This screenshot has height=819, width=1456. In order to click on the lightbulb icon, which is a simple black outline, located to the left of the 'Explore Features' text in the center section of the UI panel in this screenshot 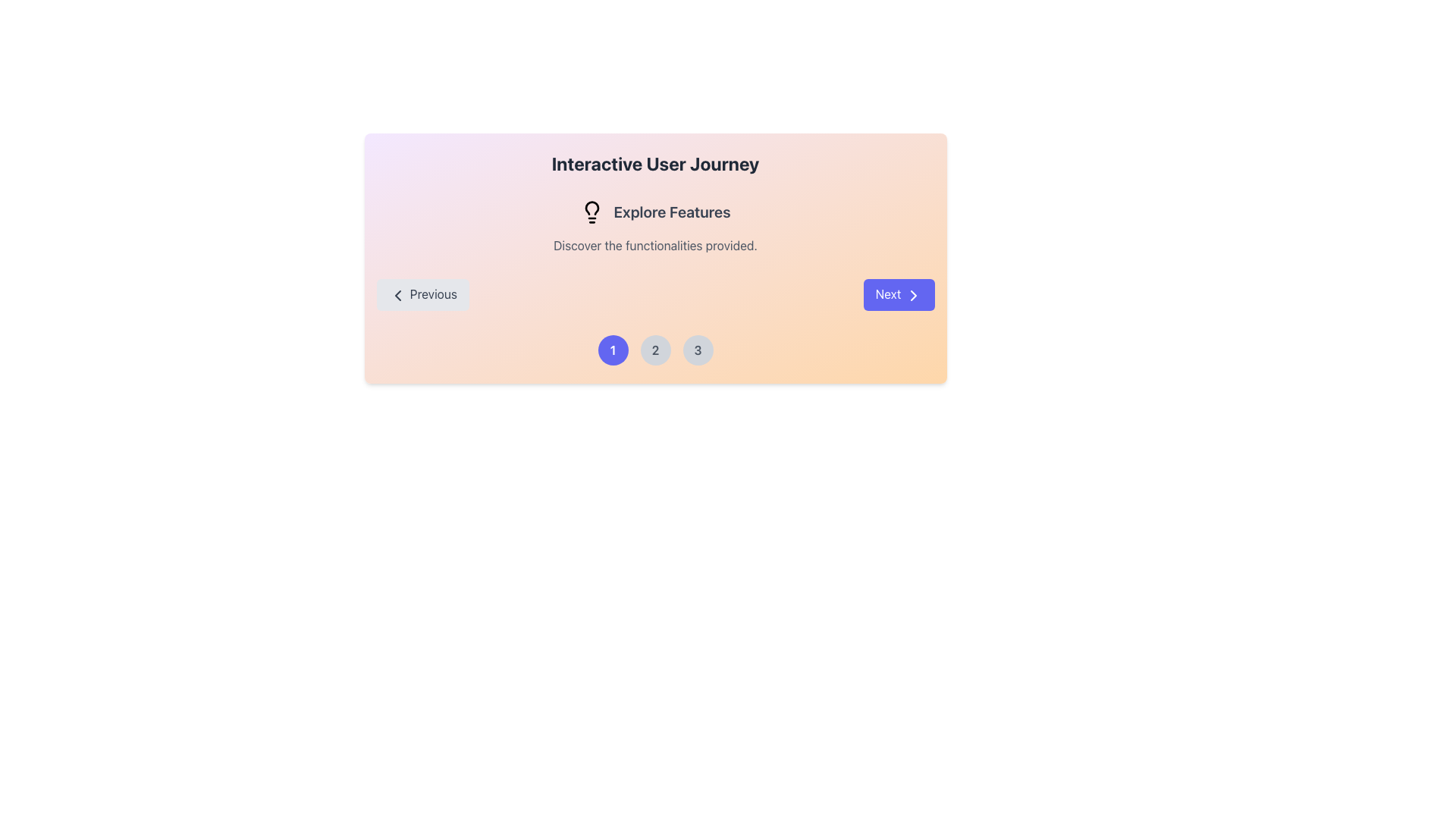, I will do `click(591, 212)`.